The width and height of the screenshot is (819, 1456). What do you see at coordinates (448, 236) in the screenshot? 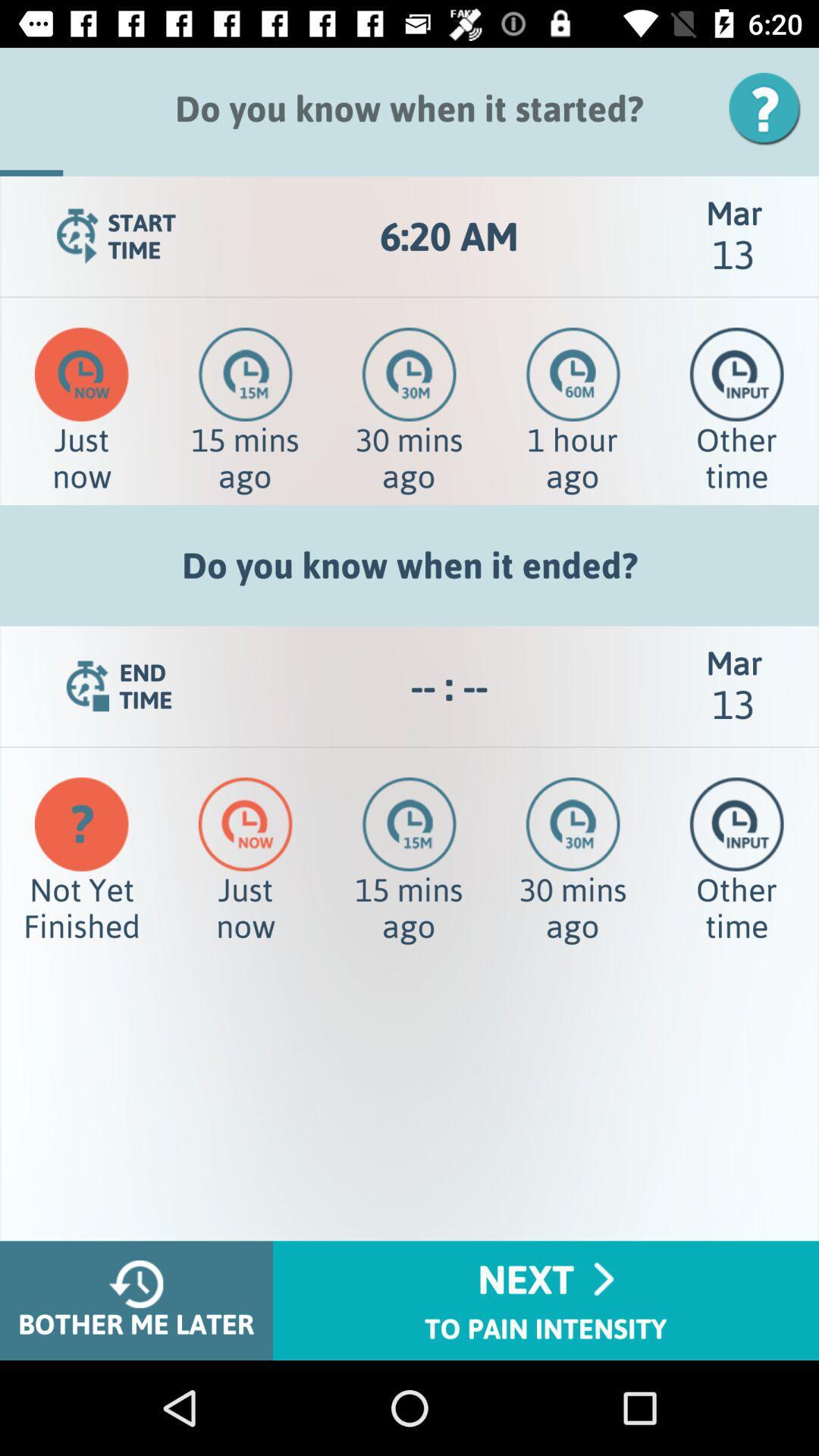
I see `the 6:20 am item` at bounding box center [448, 236].